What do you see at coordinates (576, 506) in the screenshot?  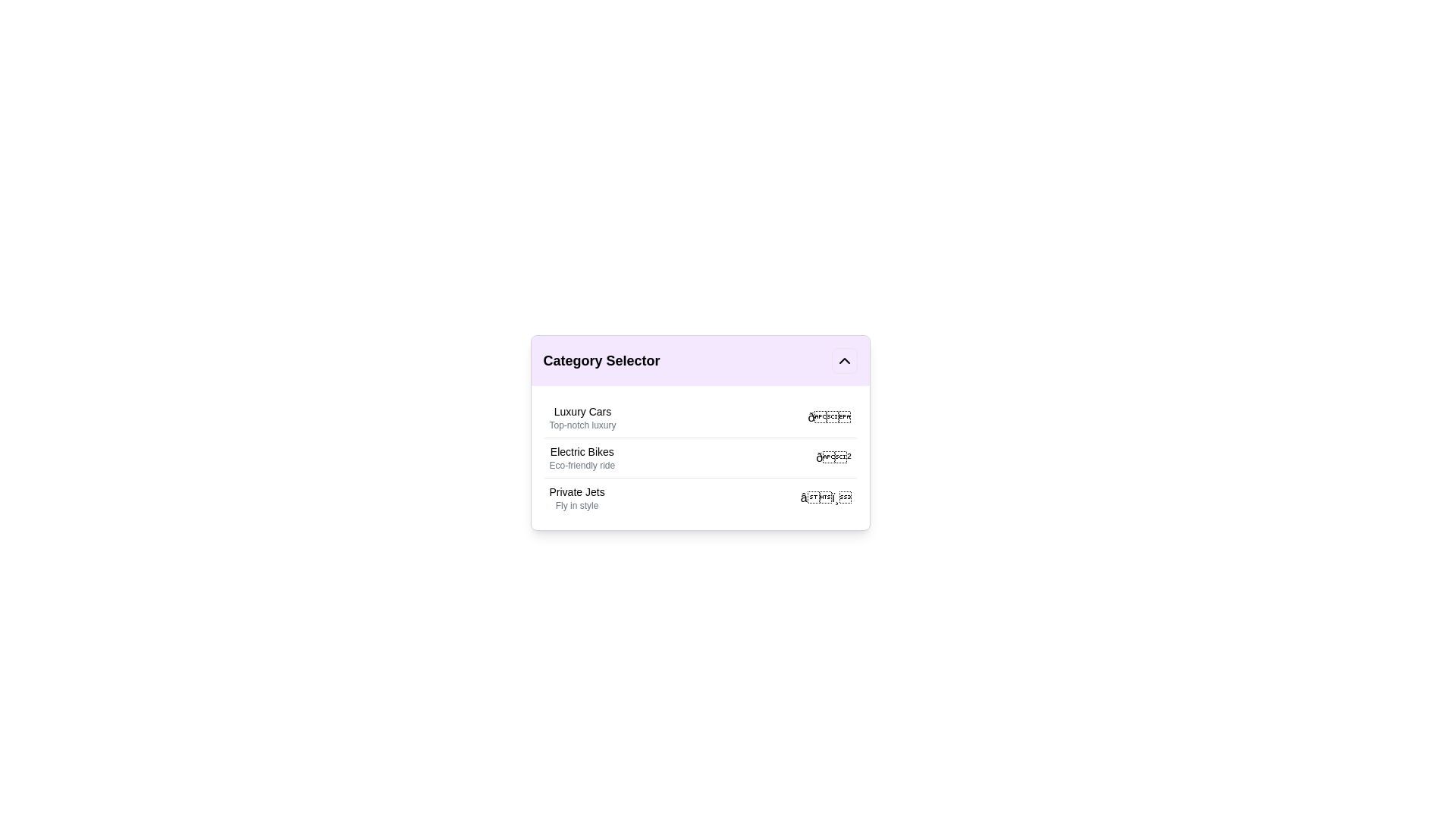 I see `the descriptive text label located below 'Private Jets' in the 'Category Selector' section` at bounding box center [576, 506].